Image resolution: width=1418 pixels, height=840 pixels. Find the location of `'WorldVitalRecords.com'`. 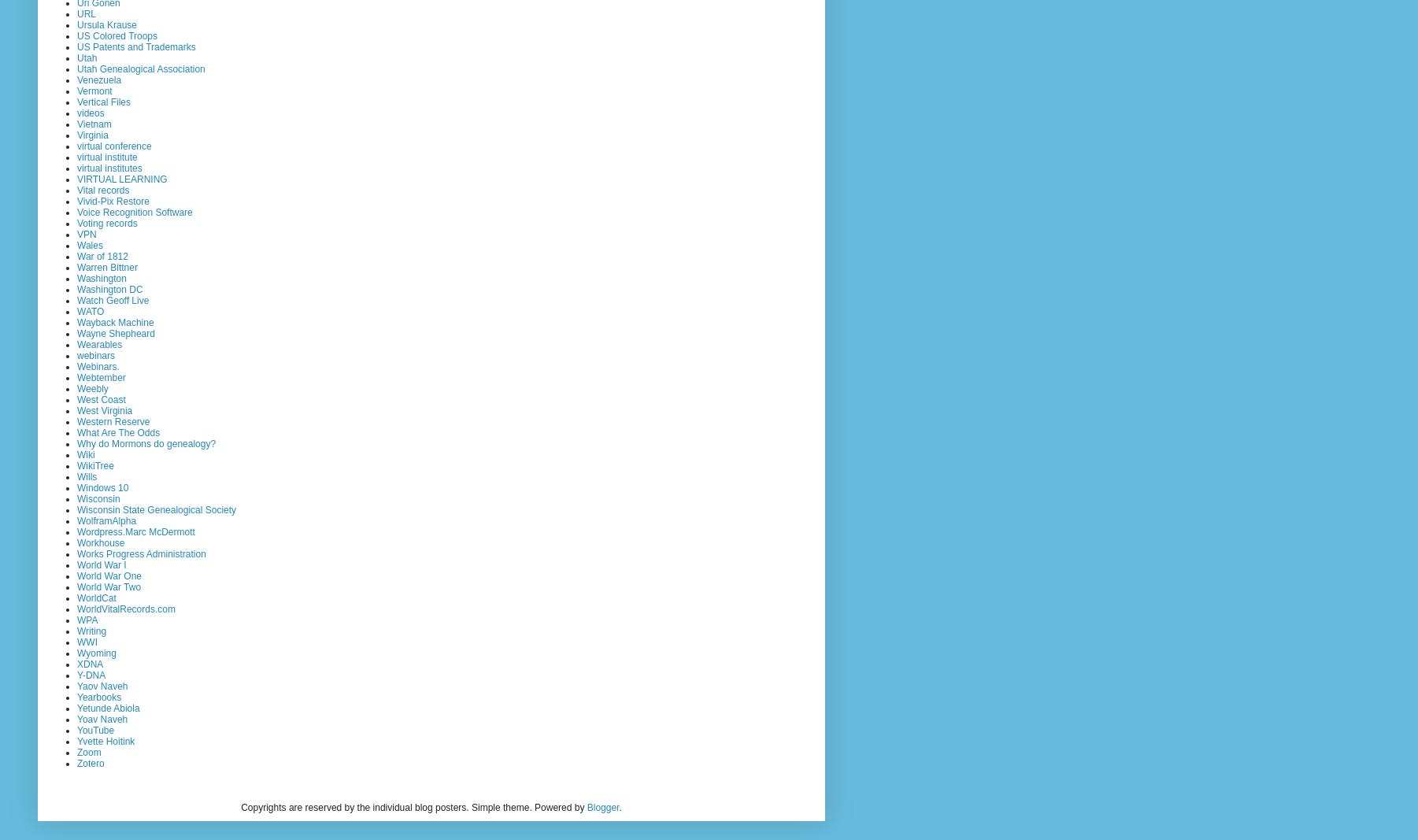

'WorldVitalRecords.com' is located at coordinates (125, 608).